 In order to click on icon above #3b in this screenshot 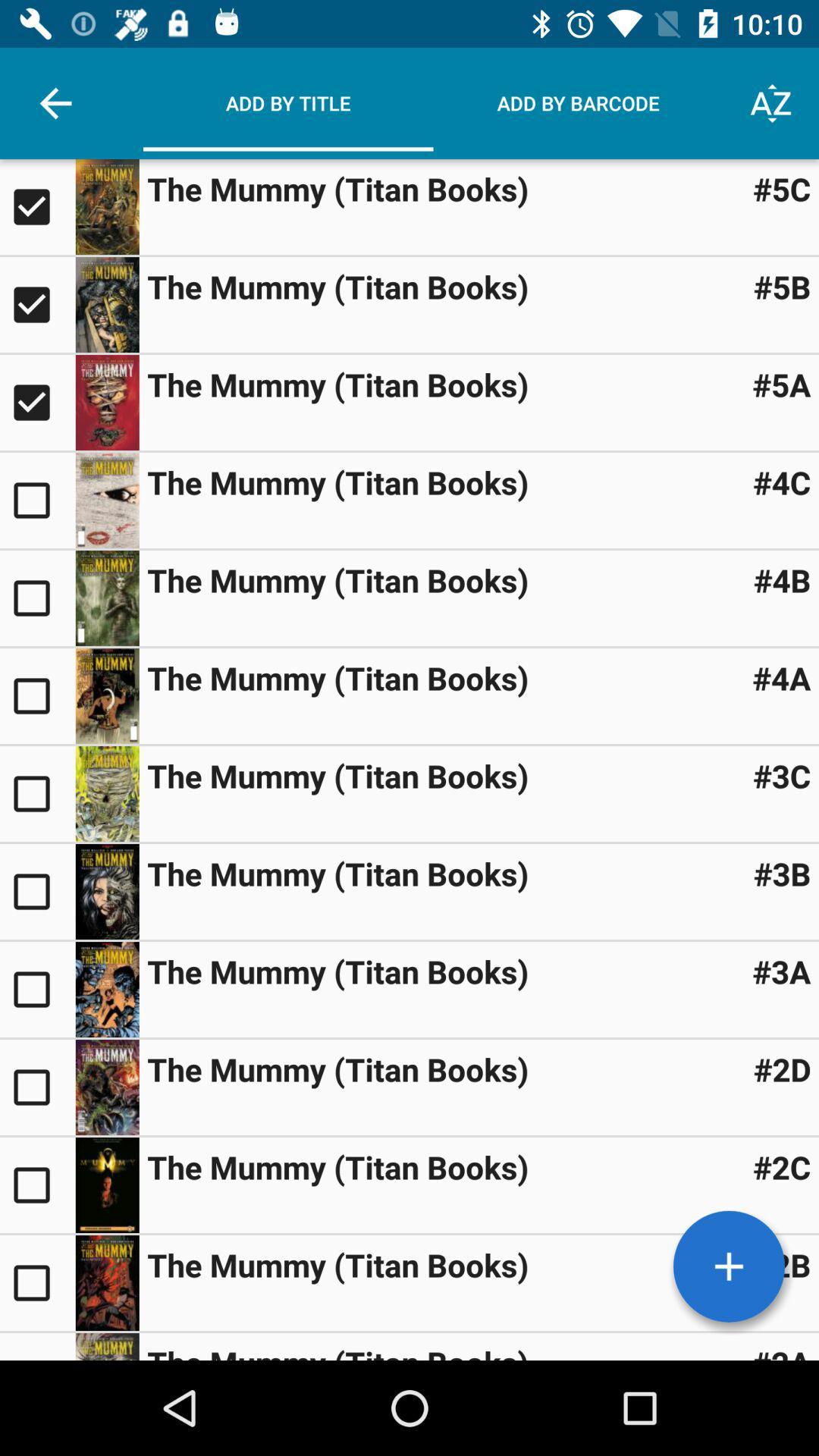, I will do `click(782, 775)`.